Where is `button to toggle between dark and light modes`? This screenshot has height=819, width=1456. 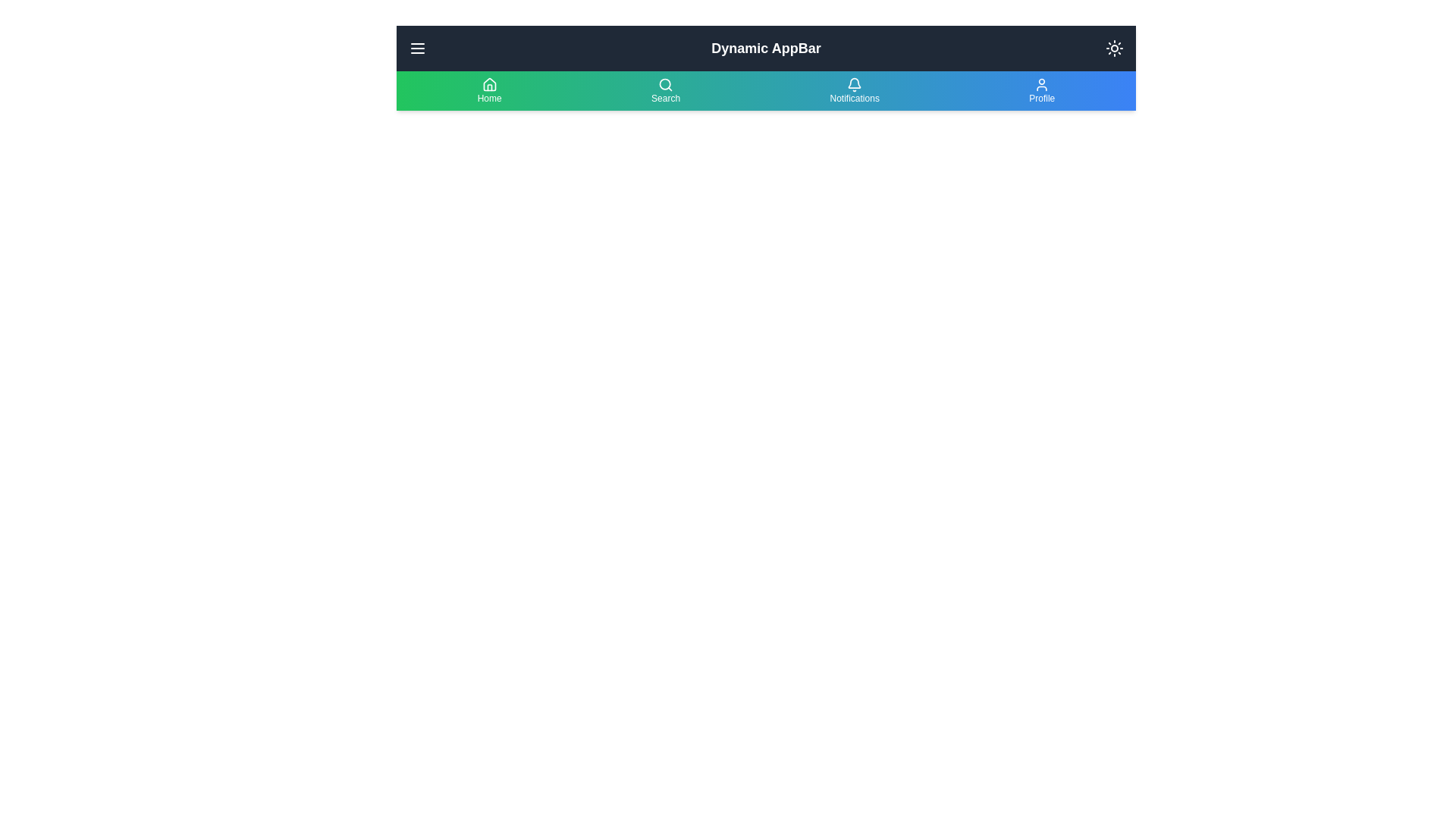
button to toggle between dark and light modes is located at coordinates (1114, 48).